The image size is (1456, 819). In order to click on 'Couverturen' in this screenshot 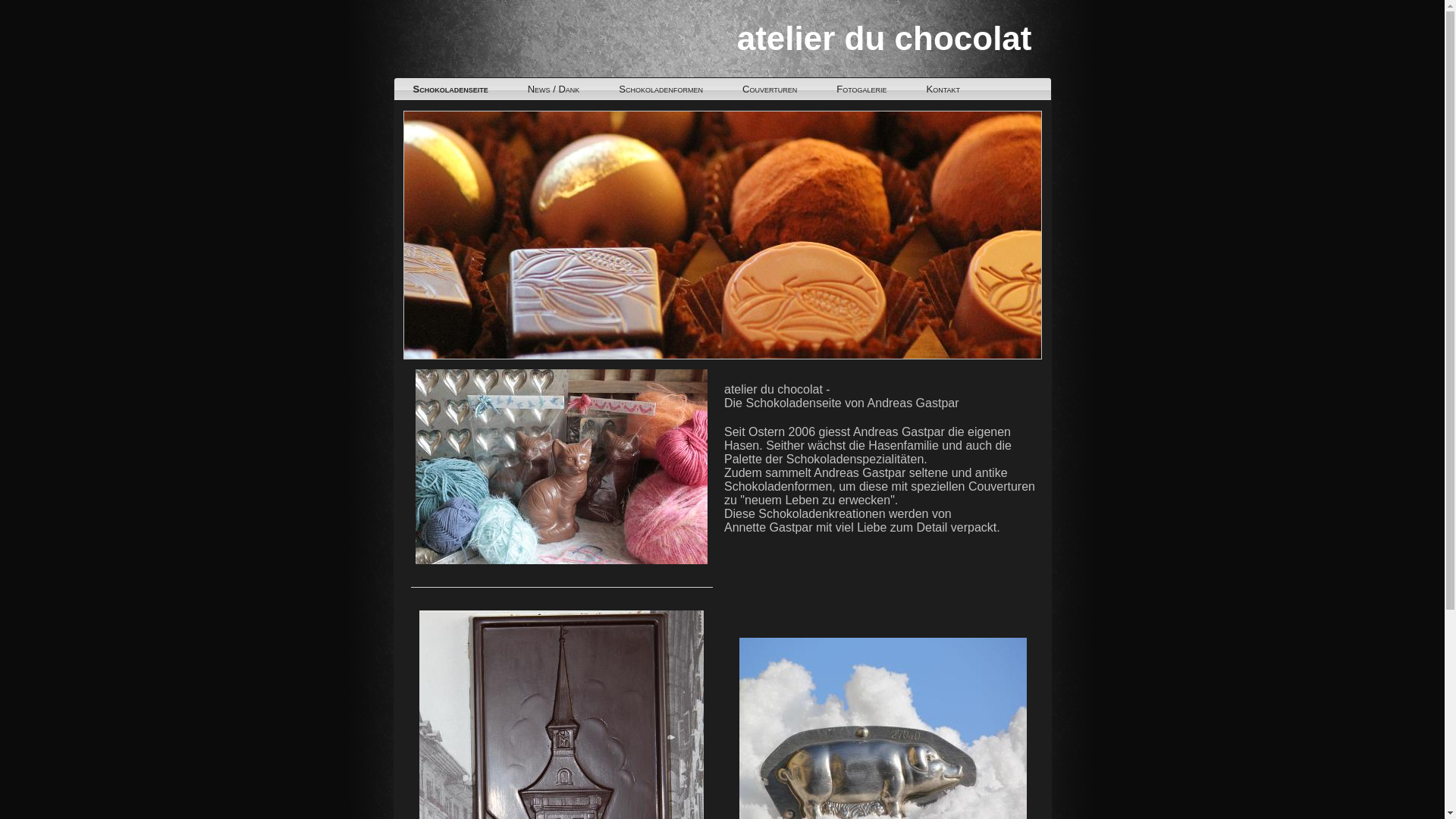, I will do `click(769, 89)`.